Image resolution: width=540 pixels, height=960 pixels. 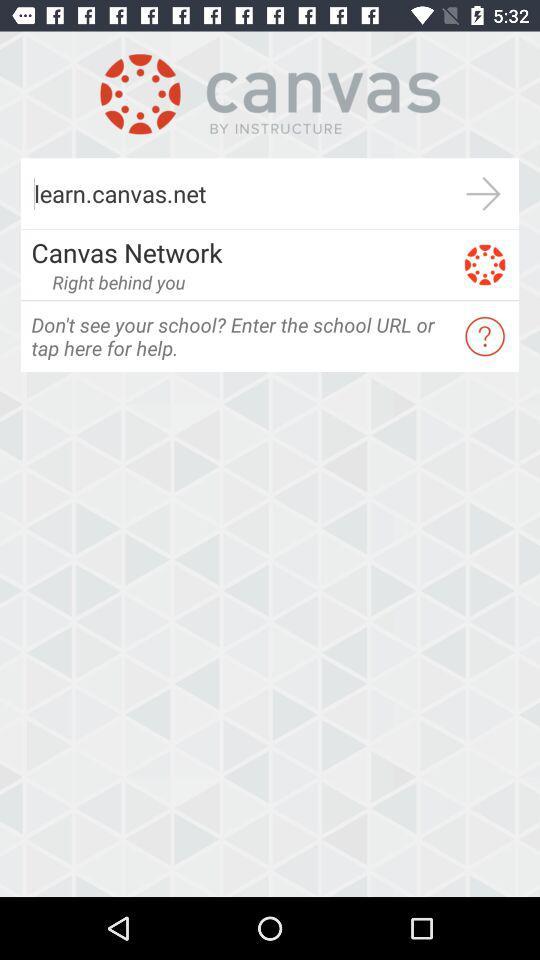 I want to click on item below the canvas network icon, so click(x=118, y=281).